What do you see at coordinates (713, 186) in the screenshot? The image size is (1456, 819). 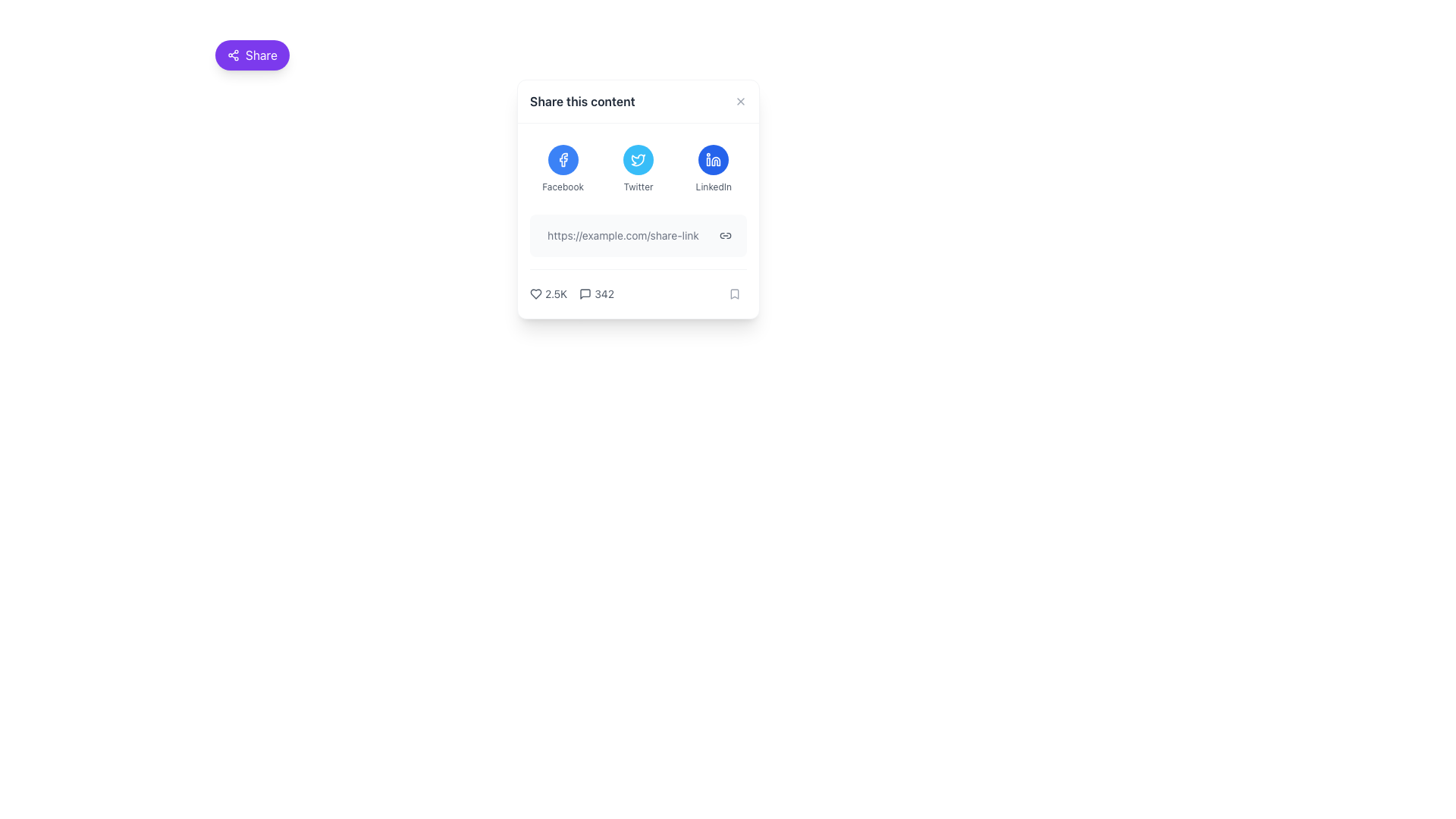 I see `the text label that reads 'LinkedIn', styled in gray and positioned below the LinkedIn icon in the sharing options card interface` at bounding box center [713, 186].